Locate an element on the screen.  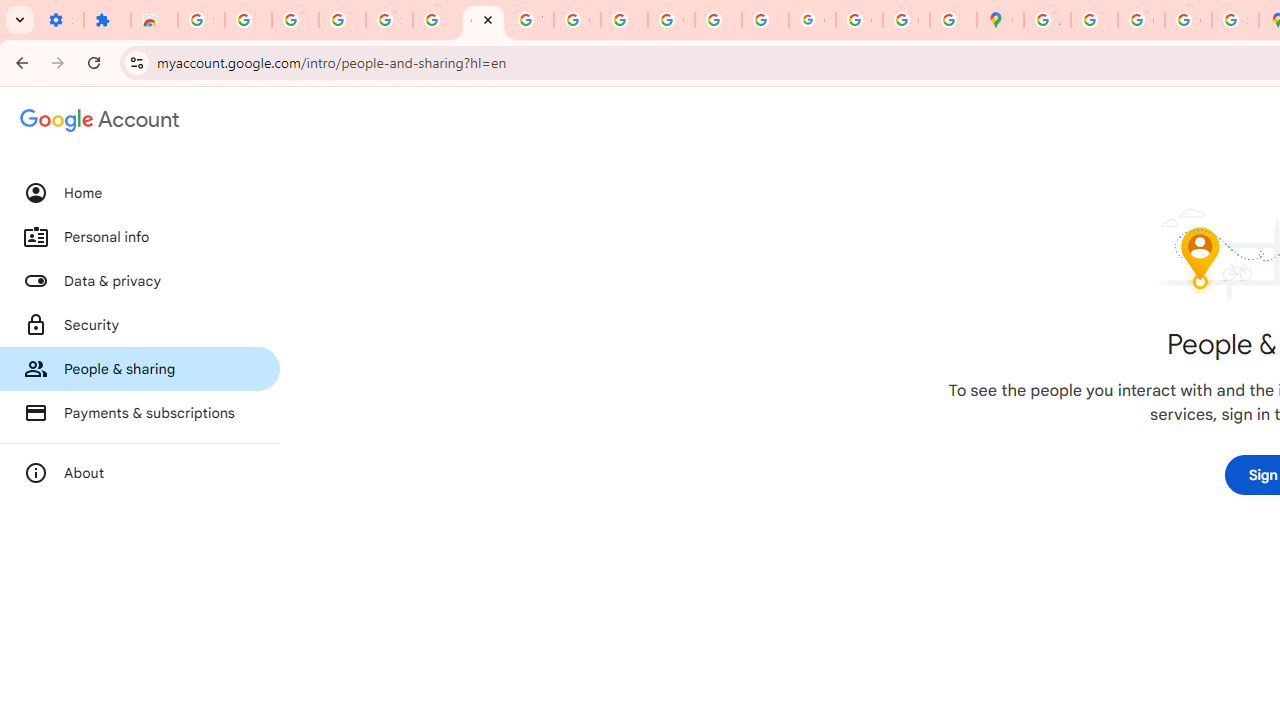
'Payments & subscriptions' is located at coordinates (139, 411).